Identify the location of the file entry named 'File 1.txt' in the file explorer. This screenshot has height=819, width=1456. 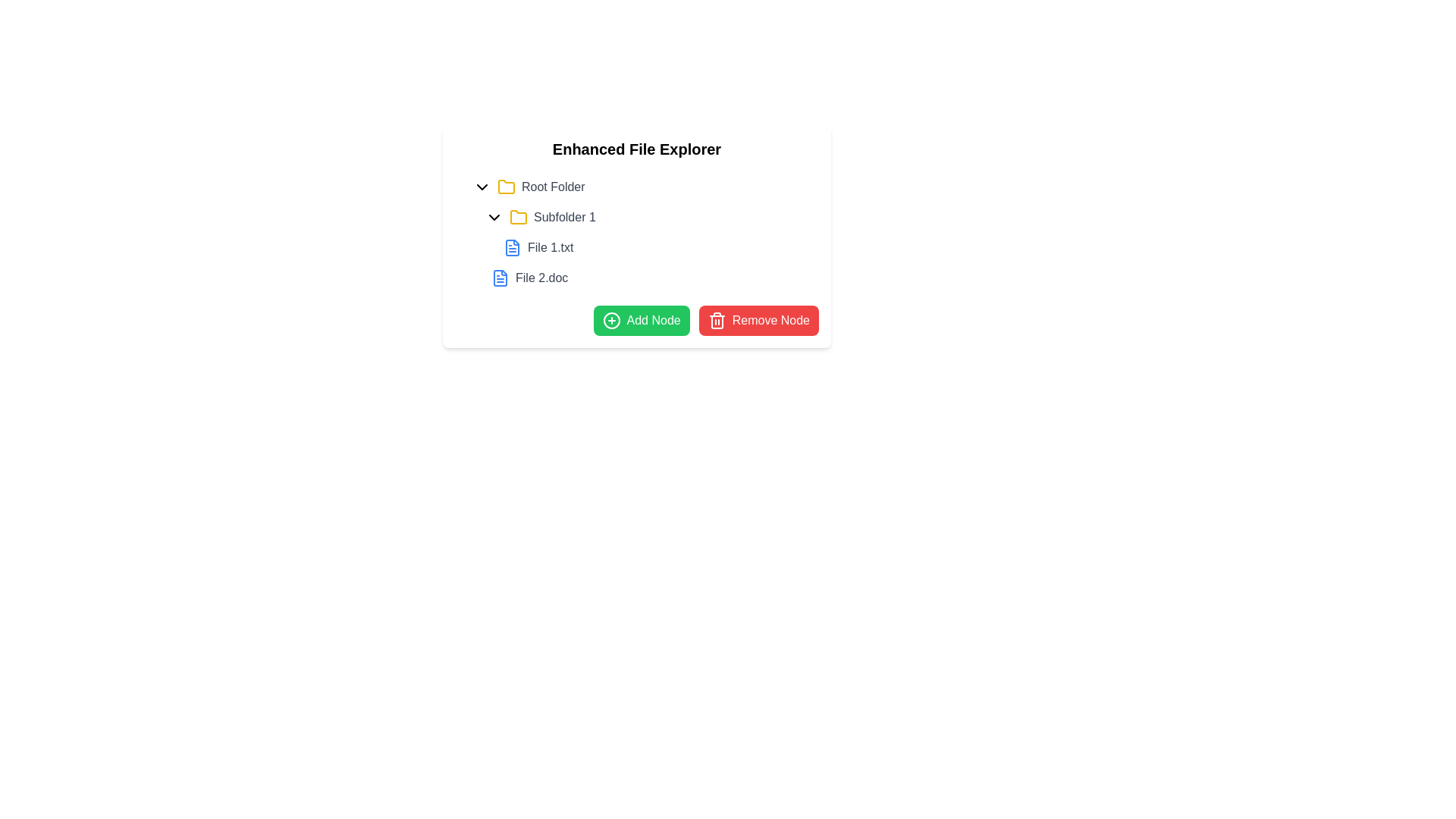
(538, 247).